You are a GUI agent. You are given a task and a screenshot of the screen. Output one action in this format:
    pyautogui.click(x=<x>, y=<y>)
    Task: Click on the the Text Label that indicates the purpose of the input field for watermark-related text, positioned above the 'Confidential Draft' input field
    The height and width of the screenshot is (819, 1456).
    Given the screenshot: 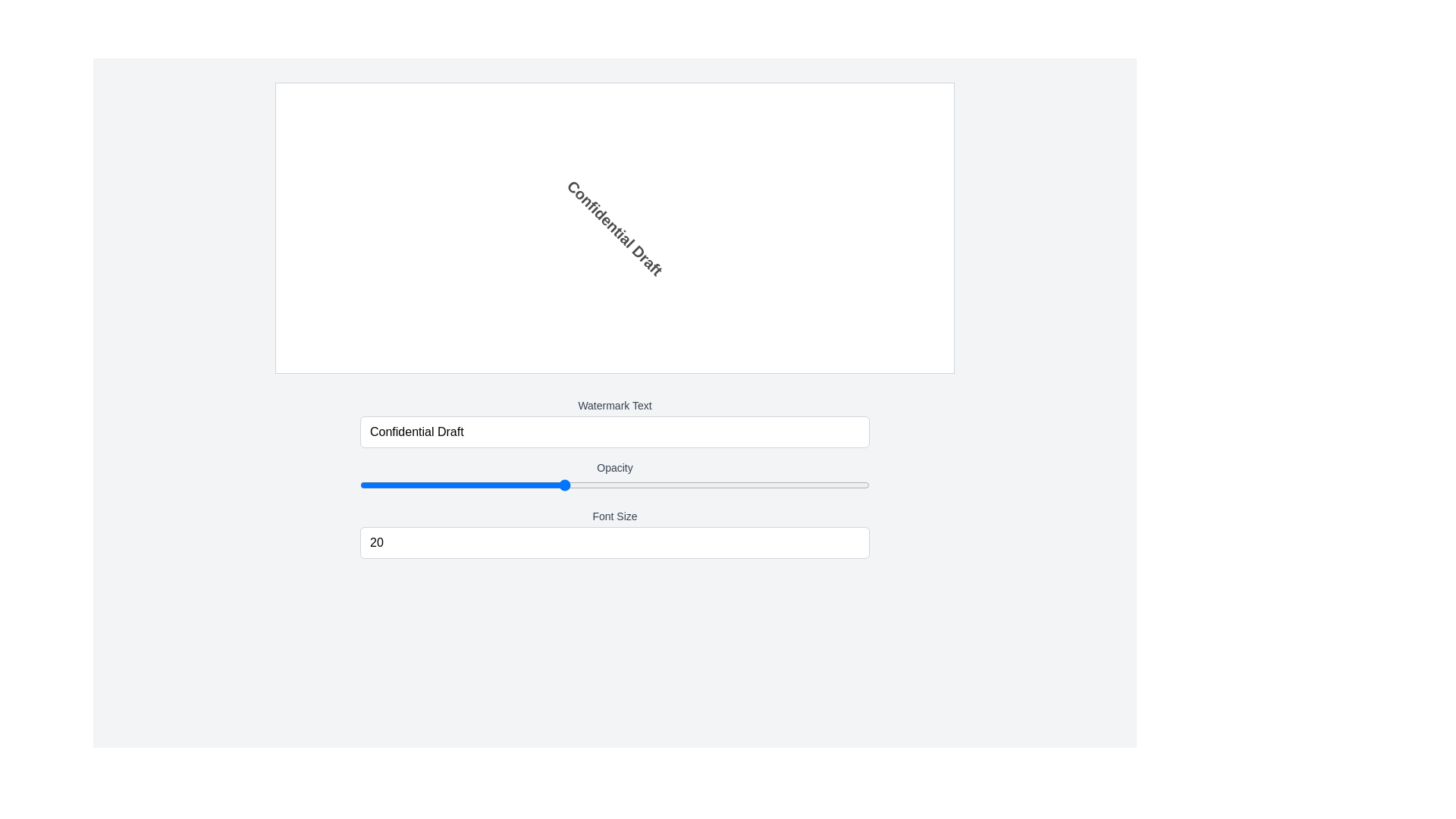 What is the action you would take?
    pyautogui.click(x=615, y=405)
    